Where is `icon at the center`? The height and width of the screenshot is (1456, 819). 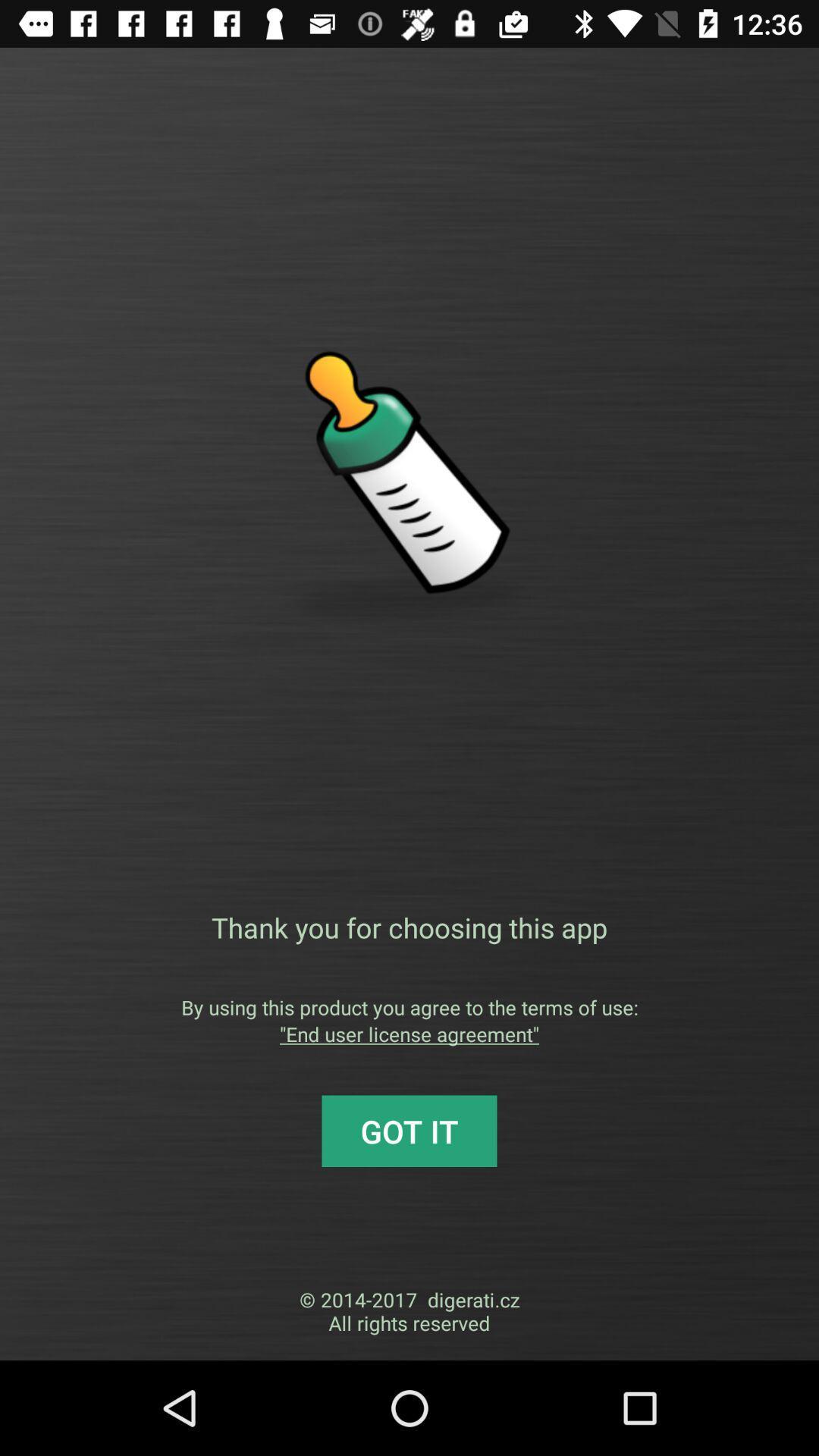
icon at the center is located at coordinates (409, 927).